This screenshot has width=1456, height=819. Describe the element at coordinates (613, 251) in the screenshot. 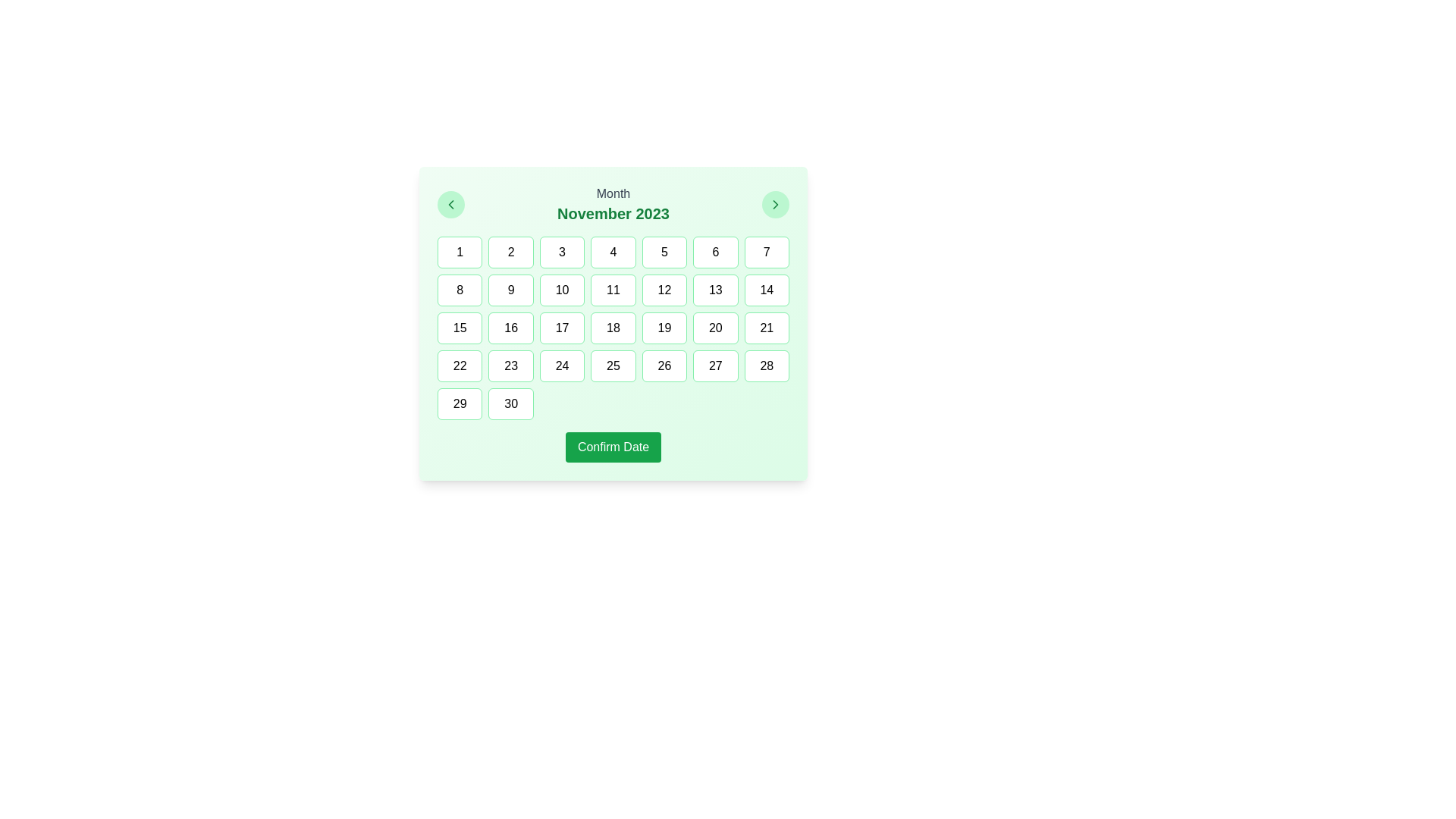

I see `the button labeled '4' with a white background and green border, located in the calendar for November 2023` at that location.